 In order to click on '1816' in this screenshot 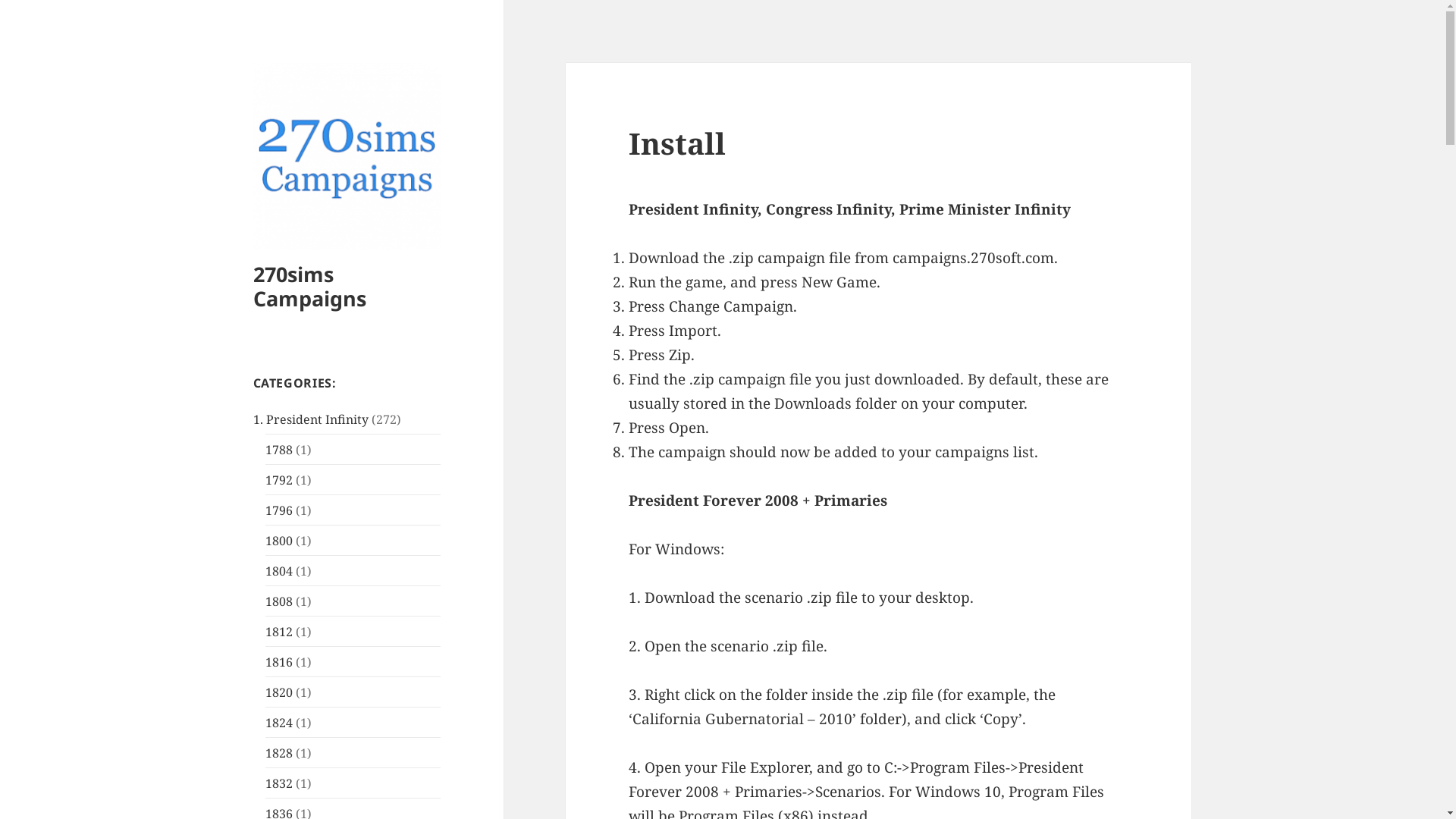, I will do `click(279, 661)`.